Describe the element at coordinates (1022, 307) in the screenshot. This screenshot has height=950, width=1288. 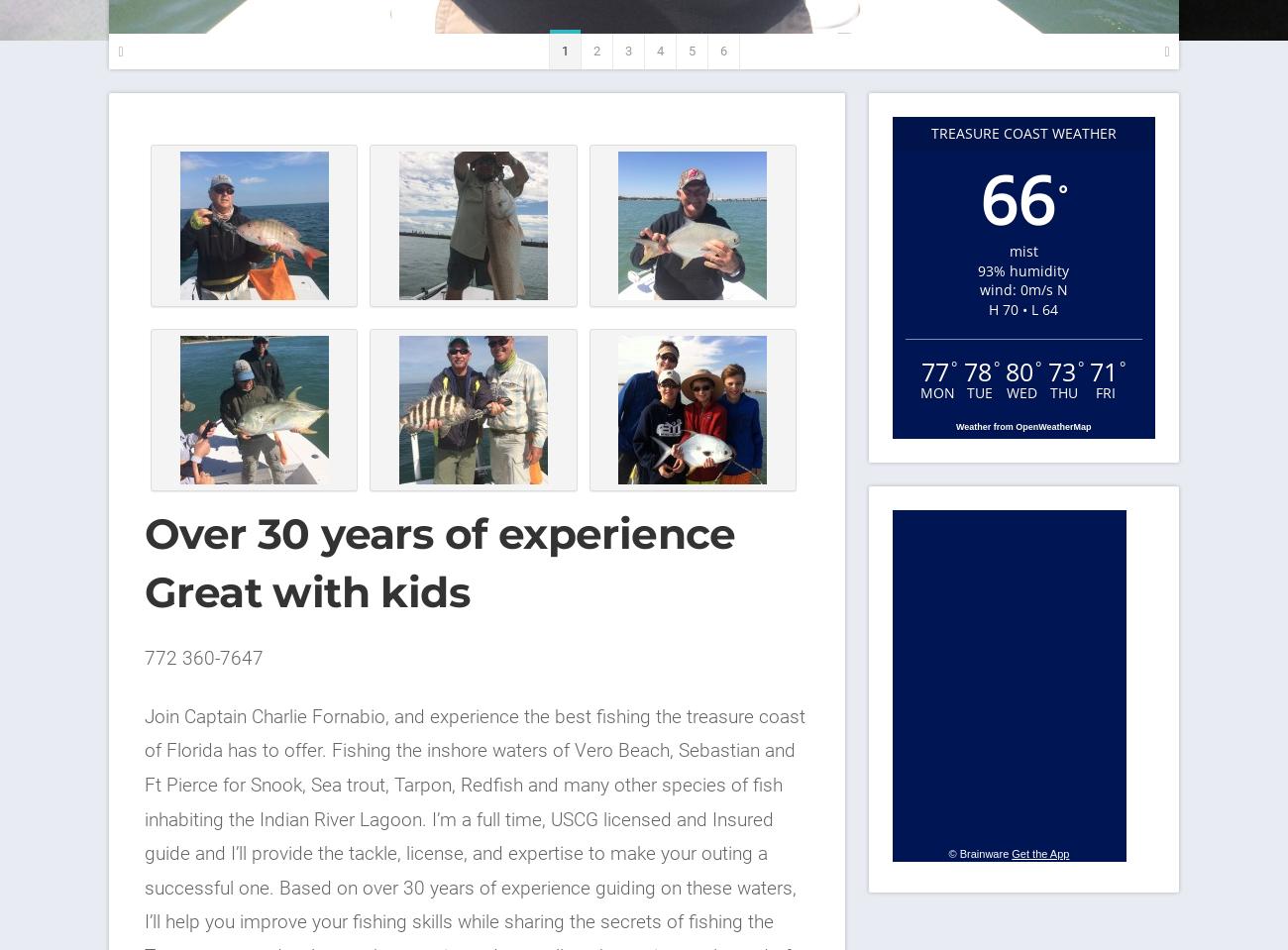
I see `'H 70 • L 64'` at that location.